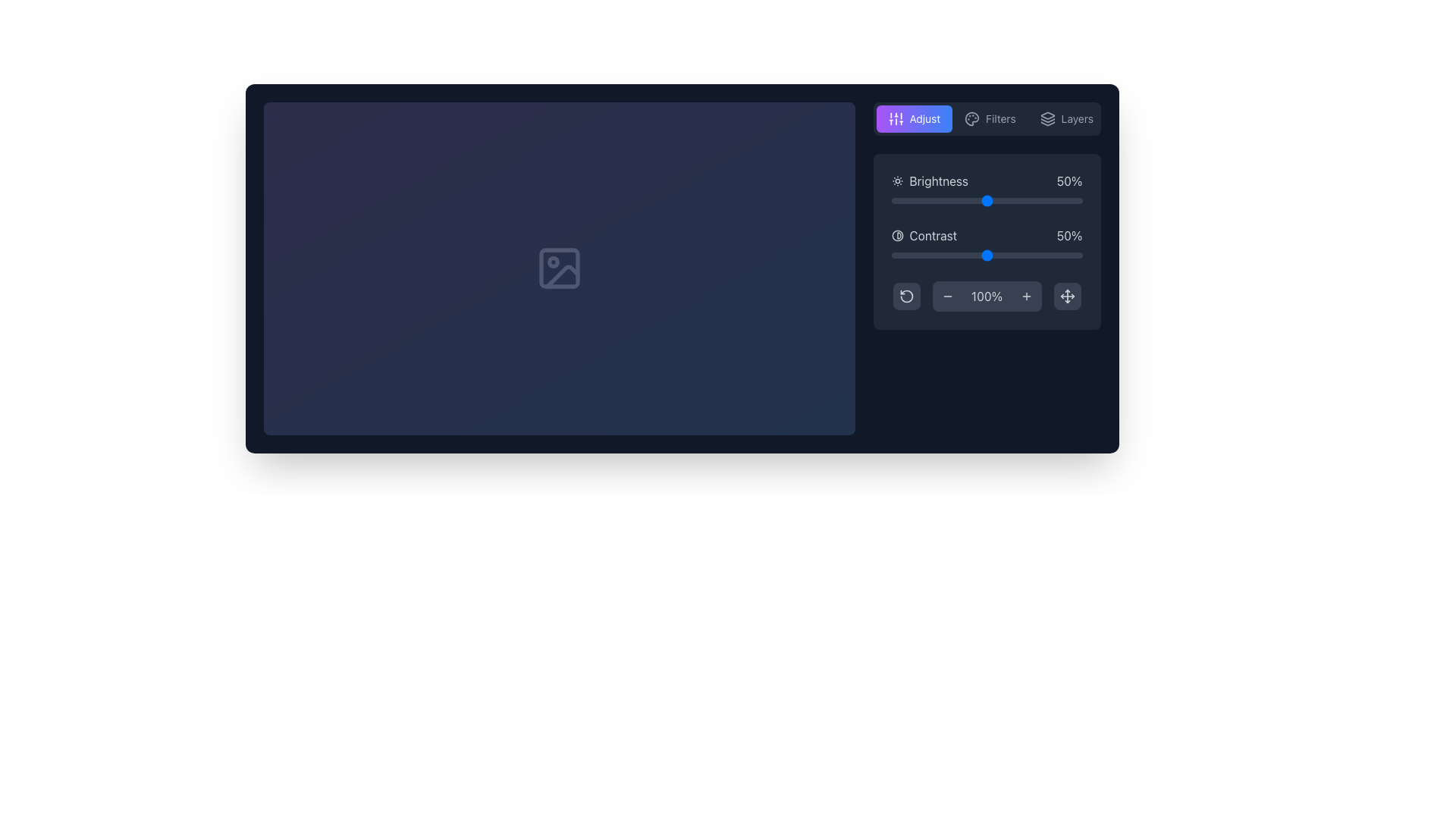  I want to click on the slider value, so click(1047, 200).